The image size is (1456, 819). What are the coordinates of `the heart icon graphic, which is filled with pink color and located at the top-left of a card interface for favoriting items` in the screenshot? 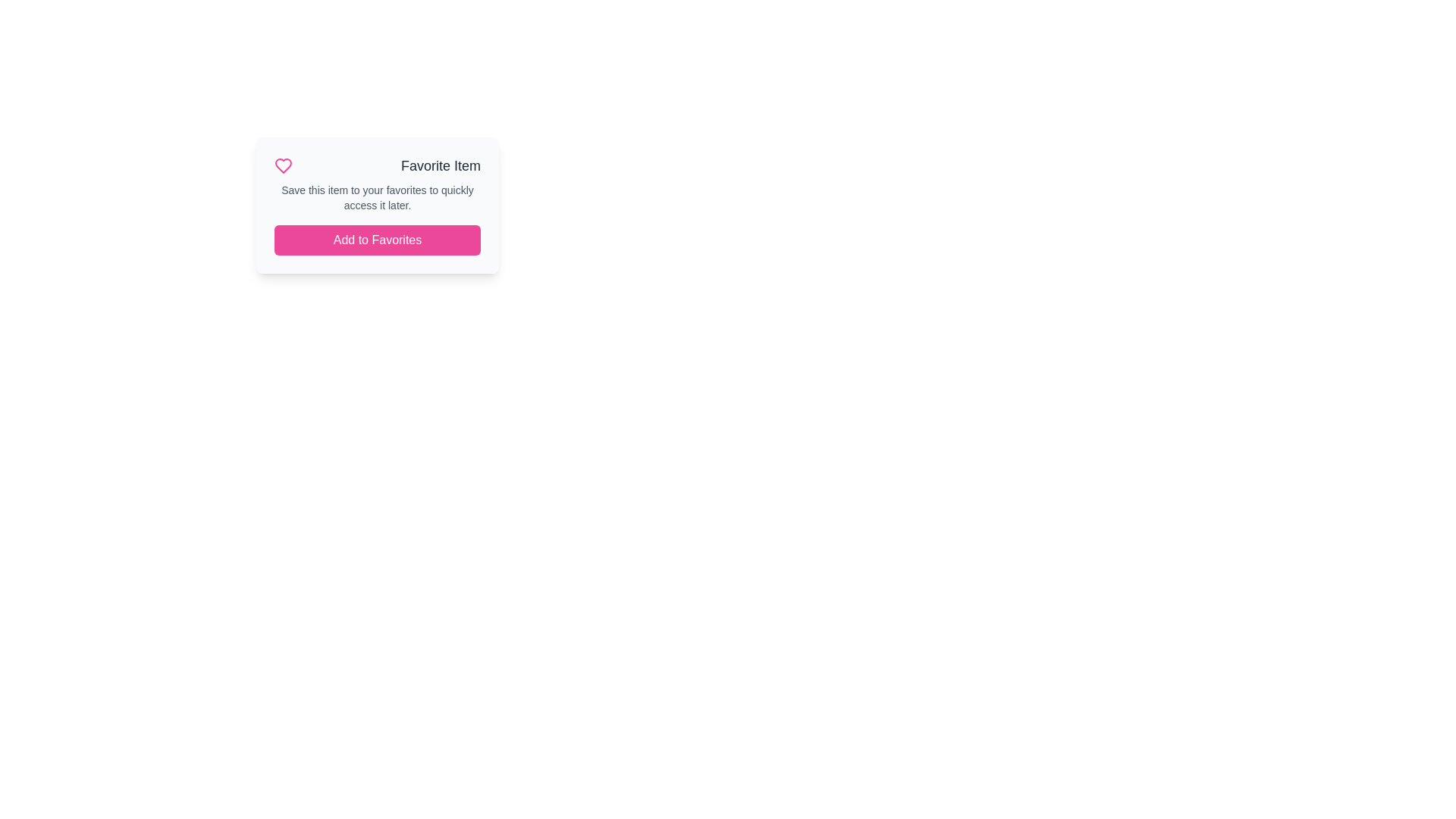 It's located at (284, 166).